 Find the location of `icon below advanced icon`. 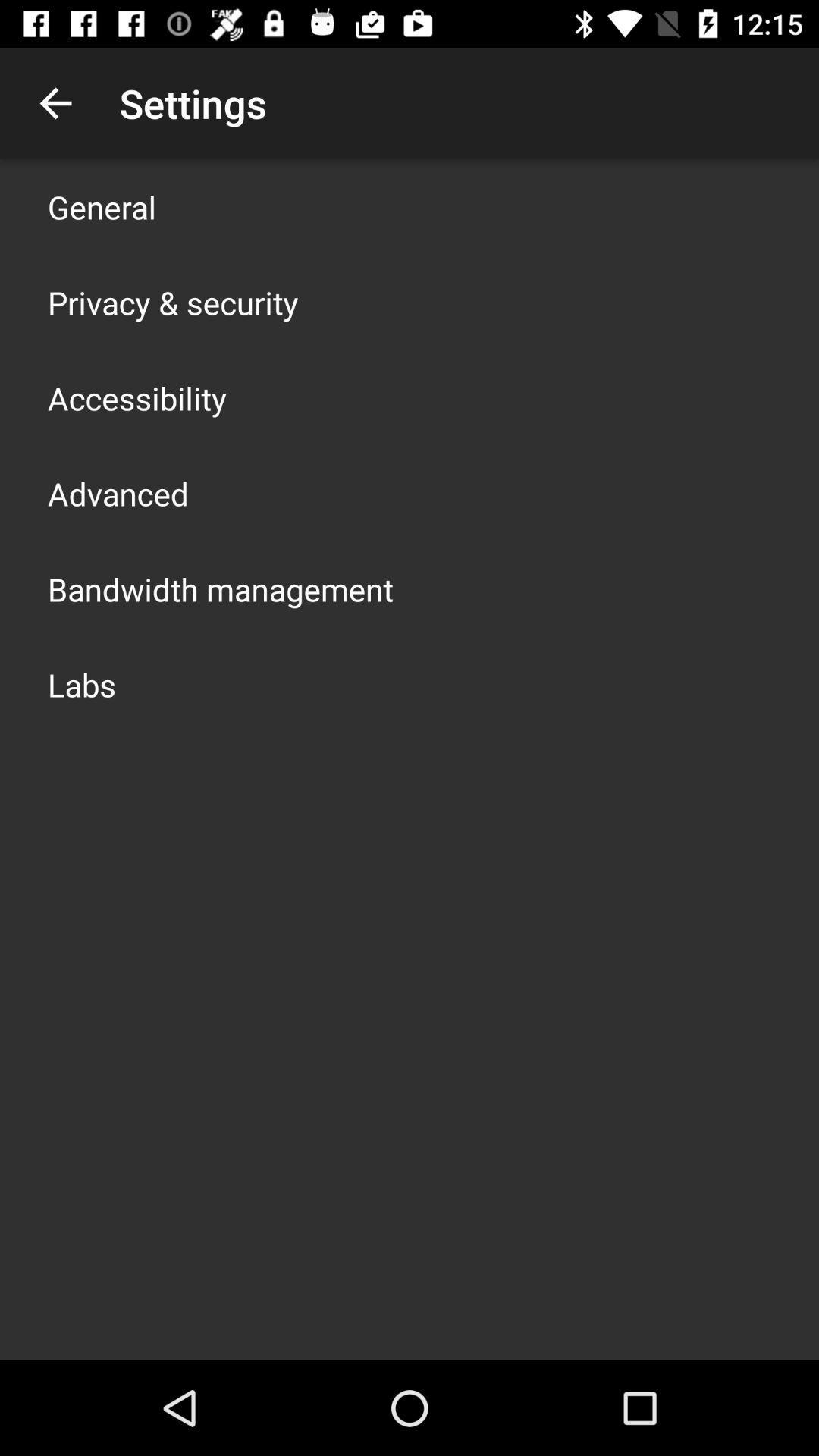

icon below advanced icon is located at coordinates (220, 588).